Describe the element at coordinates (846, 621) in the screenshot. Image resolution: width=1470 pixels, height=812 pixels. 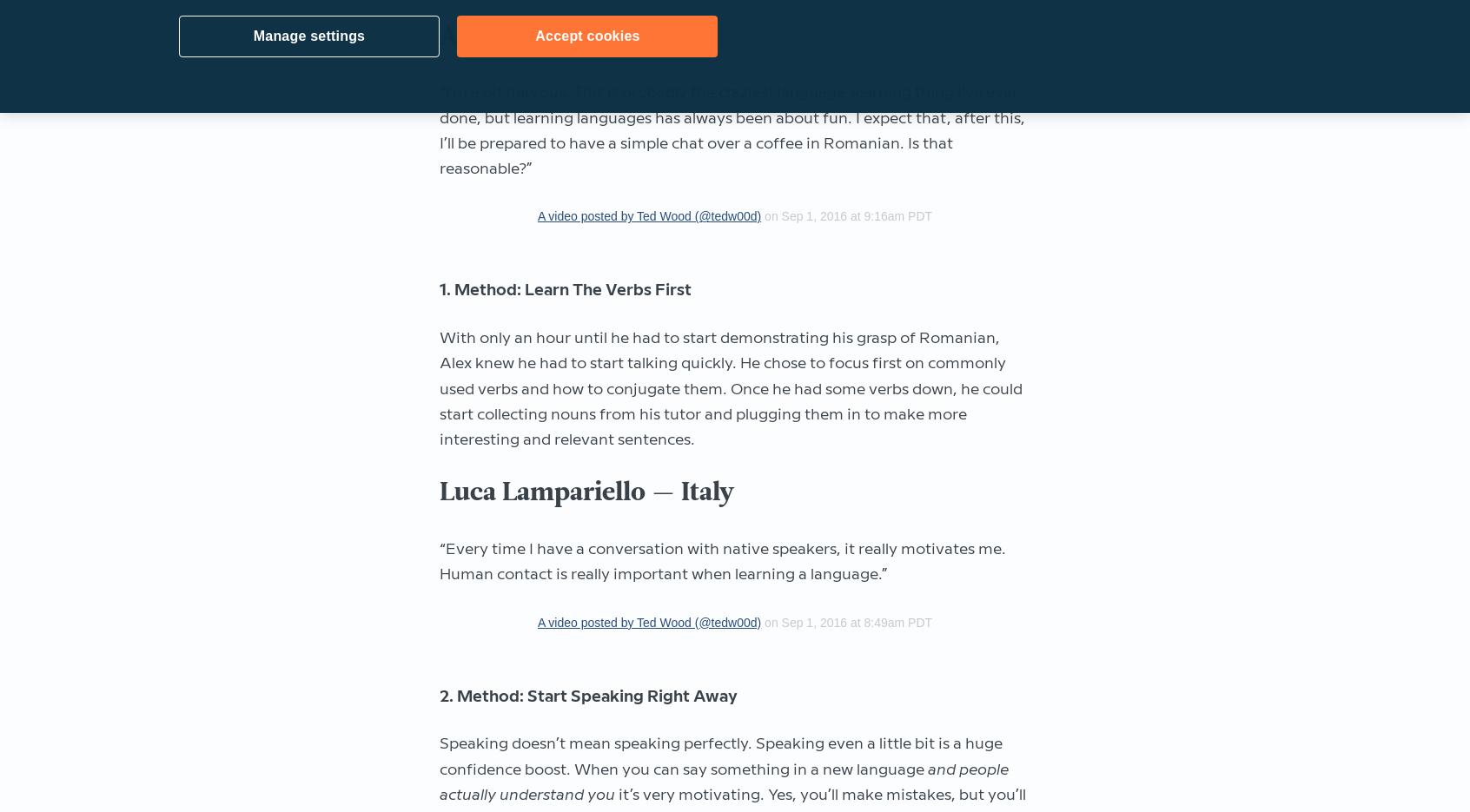
I see `'on Sep 1, 2016 at 8:49am PDT'` at that location.